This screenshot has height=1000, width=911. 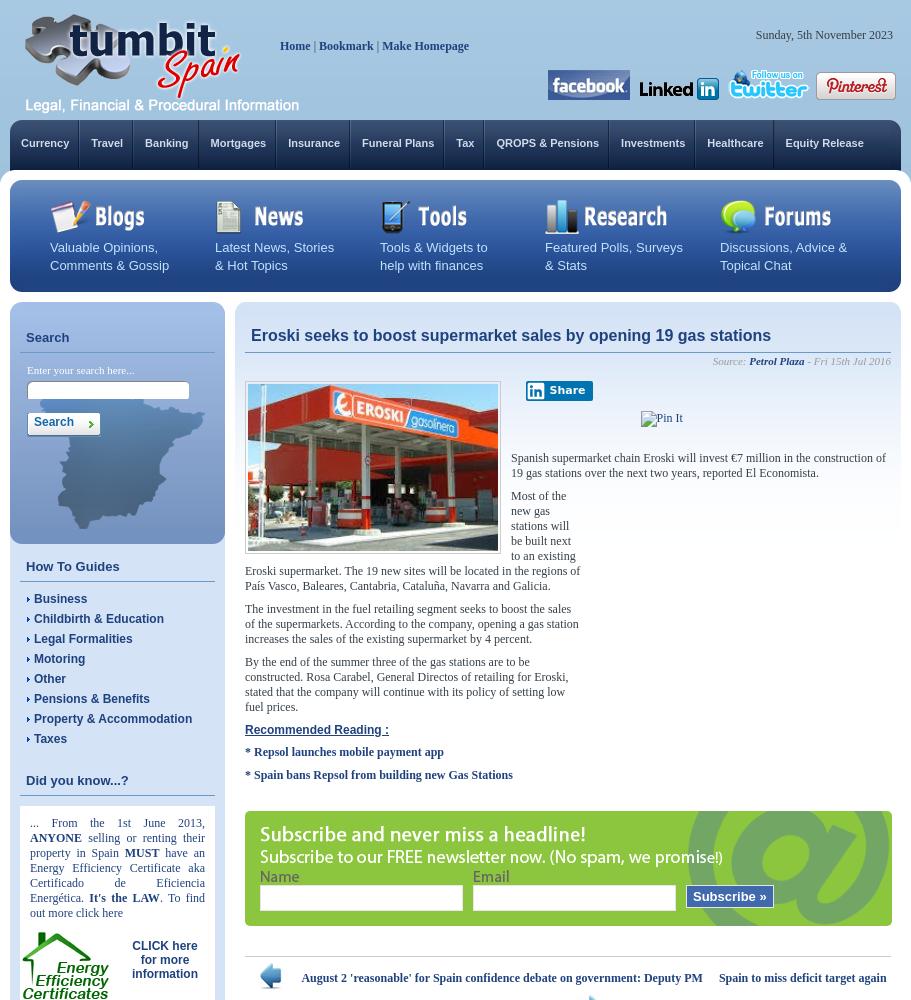 What do you see at coordinates (697, 464) in the screenshot?
I see `'Spanish supermarket chain Eroski will invest €7 million in the construction of 19 gas stations over the next two years, reported El Economista.'` at bounding box center [697, 464].